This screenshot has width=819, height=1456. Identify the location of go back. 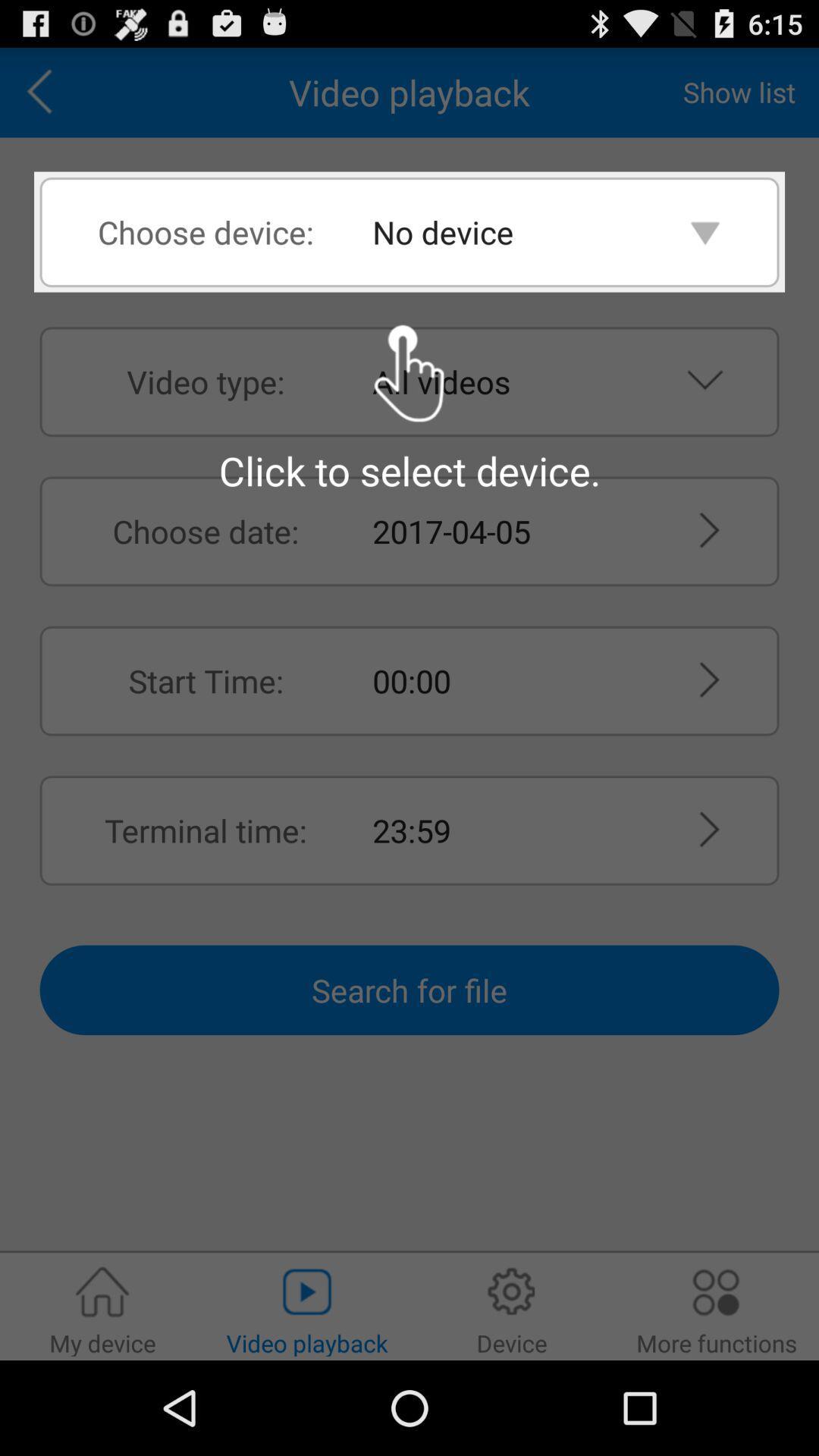
(44, 92).